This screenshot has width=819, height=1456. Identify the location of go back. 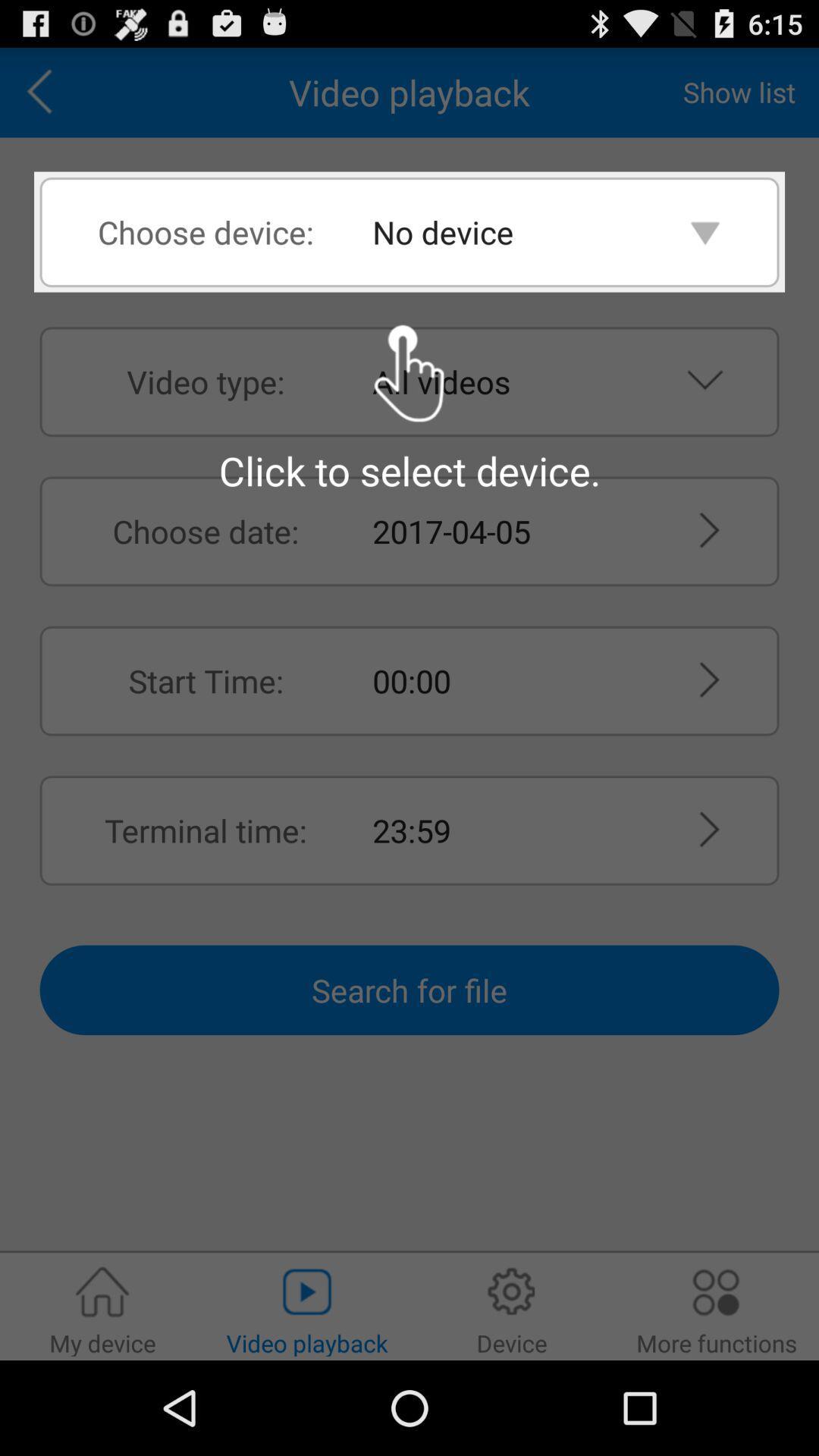
(44, 92).